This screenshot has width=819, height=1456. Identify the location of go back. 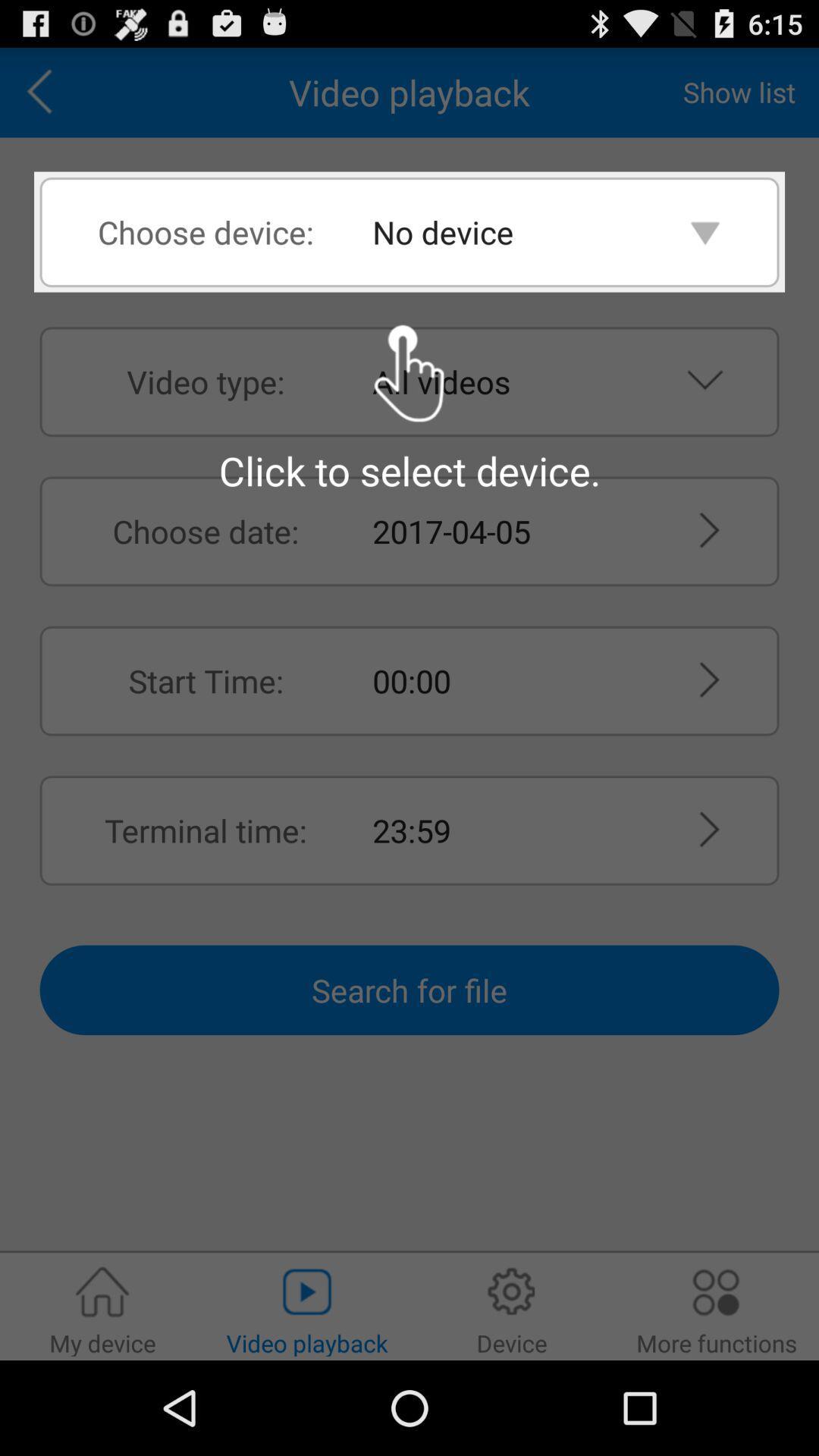
(44, 92).